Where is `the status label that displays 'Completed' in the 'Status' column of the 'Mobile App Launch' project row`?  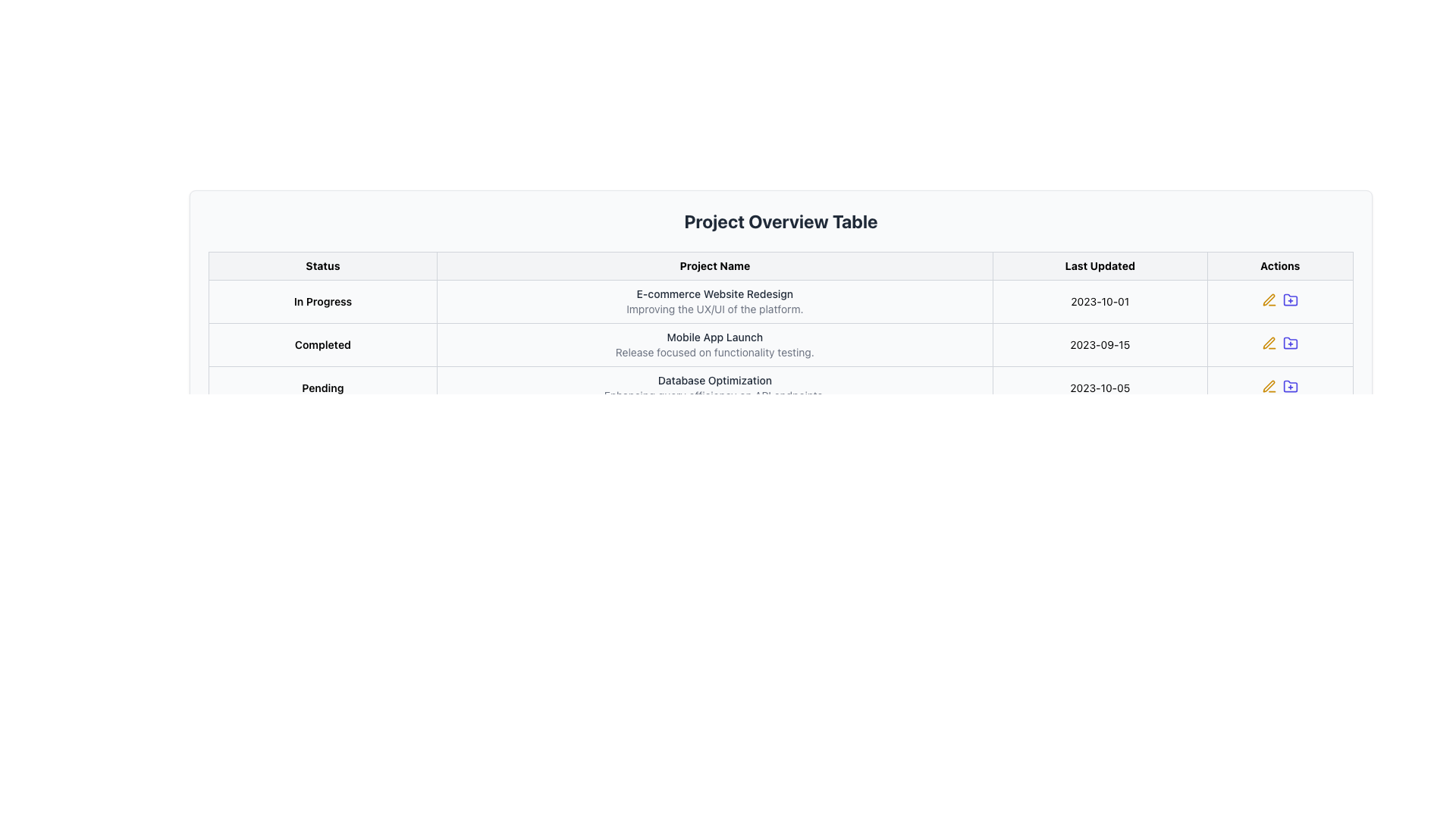 the status label that displays 'Completed' in the 'Status' column of the 'Mobile App Launch' project row is located at coordinates (322, 345).